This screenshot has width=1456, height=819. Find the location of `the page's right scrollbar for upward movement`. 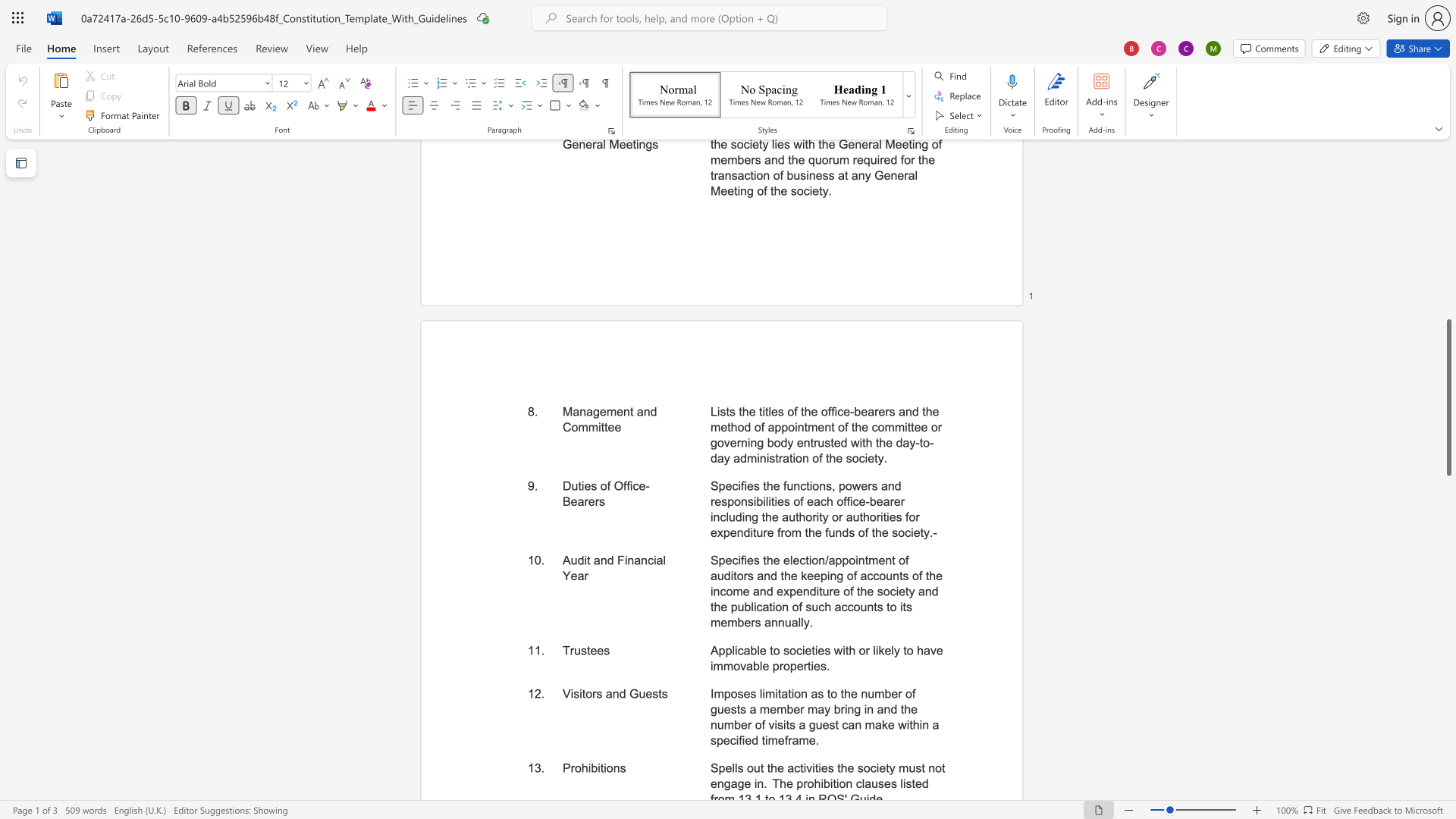

the page's right scrollbar for upward movement is located at coordinates (1448, 295).